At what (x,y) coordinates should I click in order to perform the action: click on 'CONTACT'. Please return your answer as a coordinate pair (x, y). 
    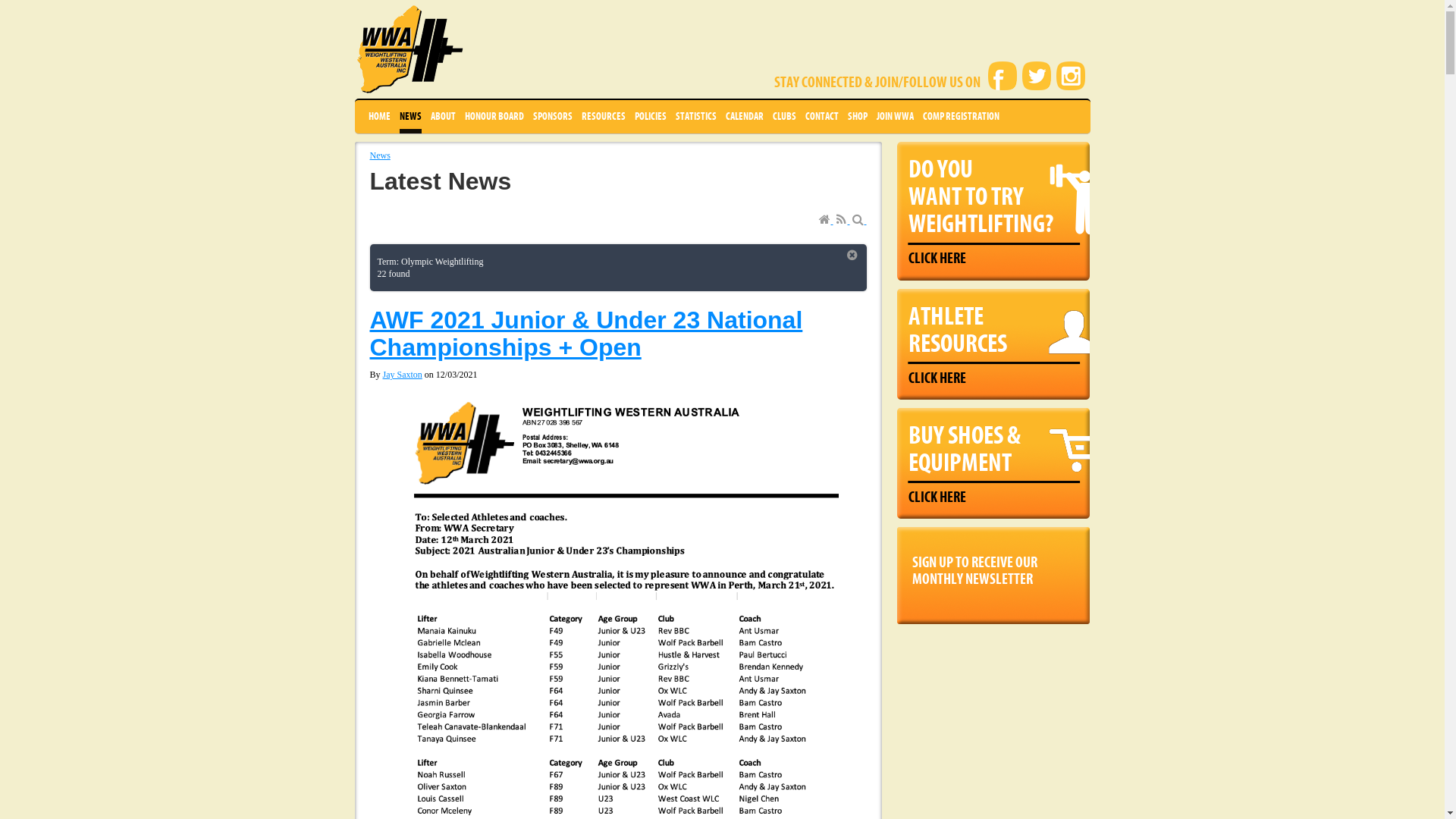
    Looking at the image, I should click on (821, 116).